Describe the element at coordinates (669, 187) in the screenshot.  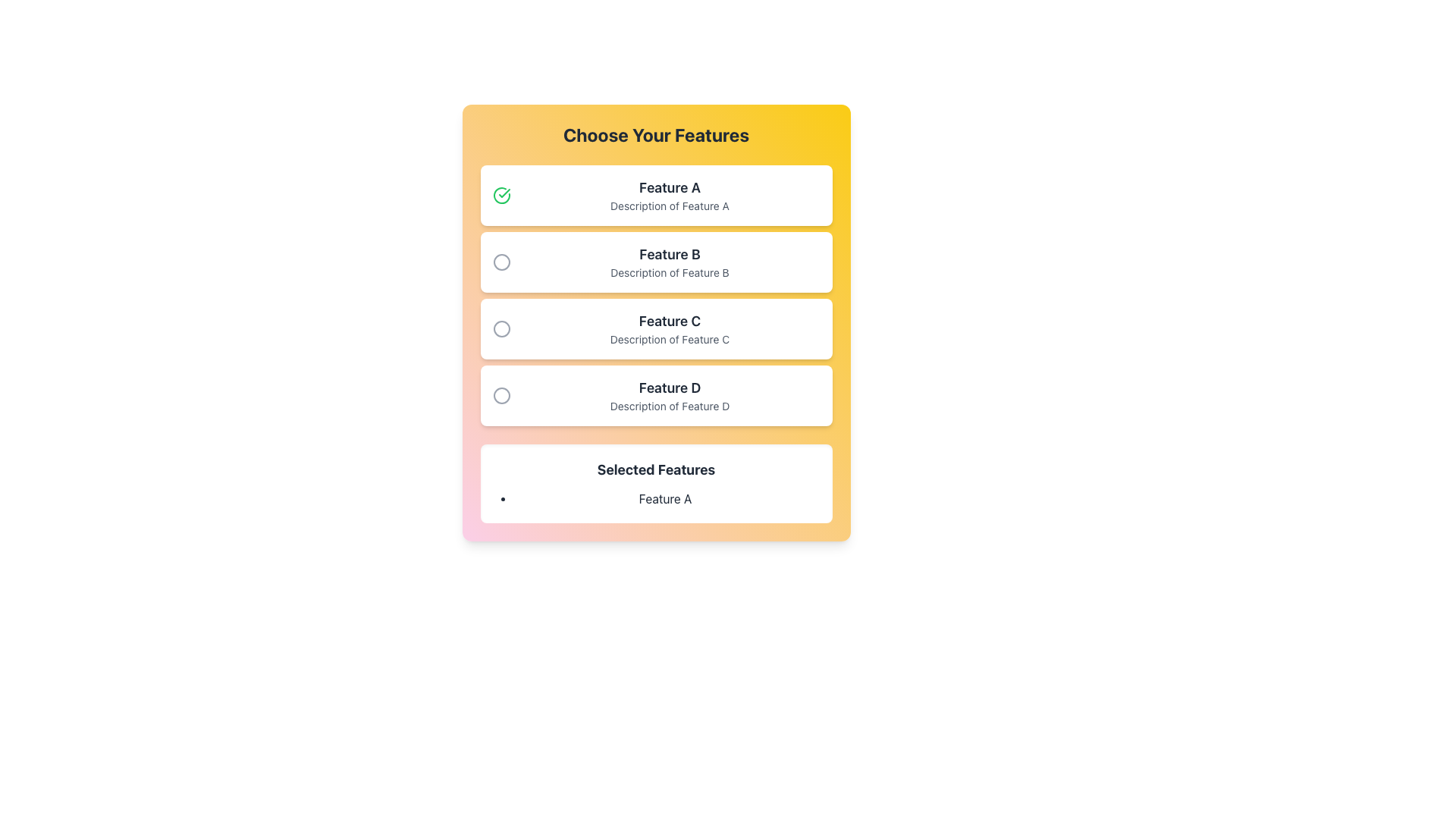
I see `the 'Feature A' label, which is the title of the first item in the vertical list of feature options` at that location.